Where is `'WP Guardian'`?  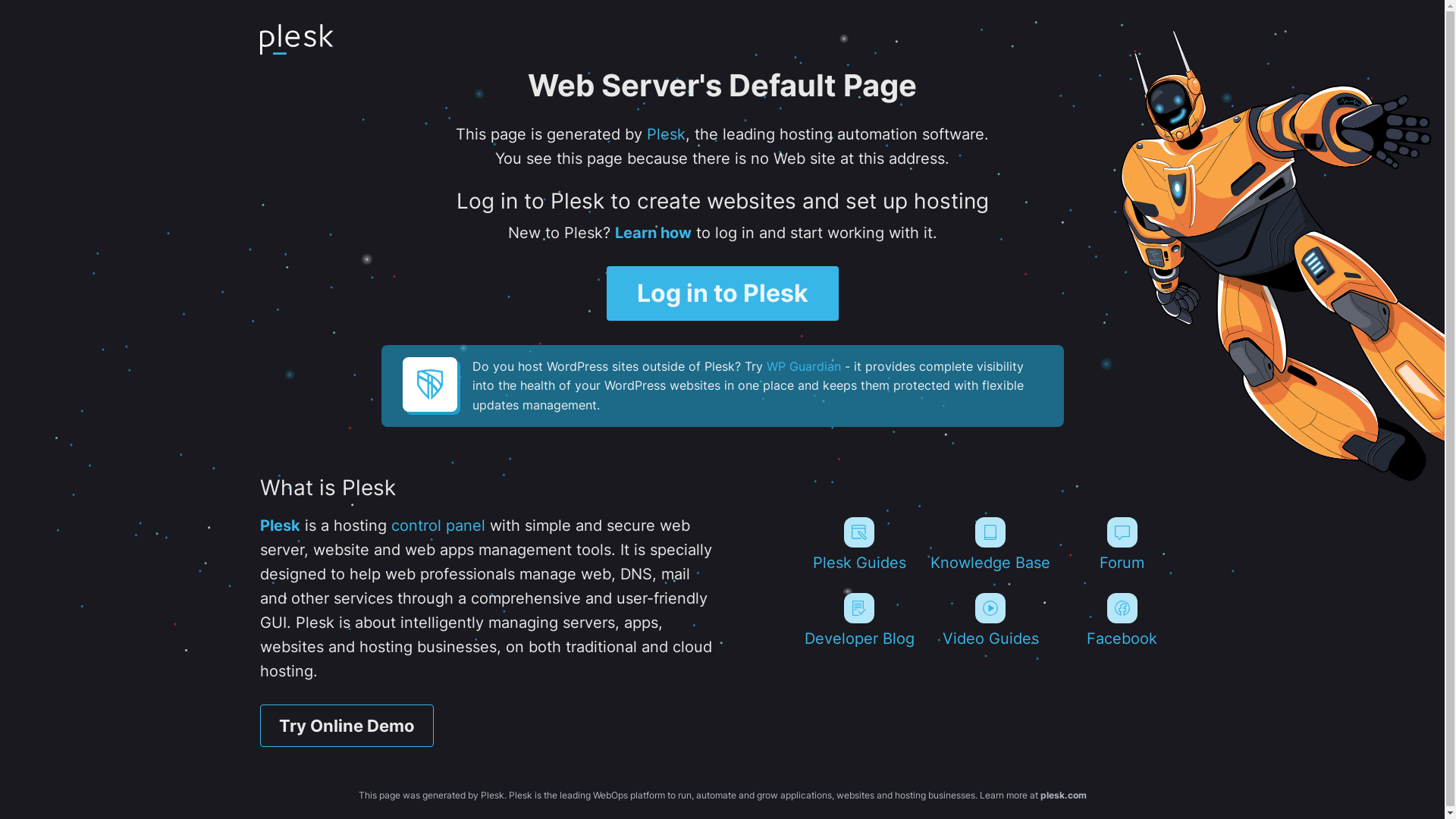
'WP Guardian' is located at coordinates (765, 366).